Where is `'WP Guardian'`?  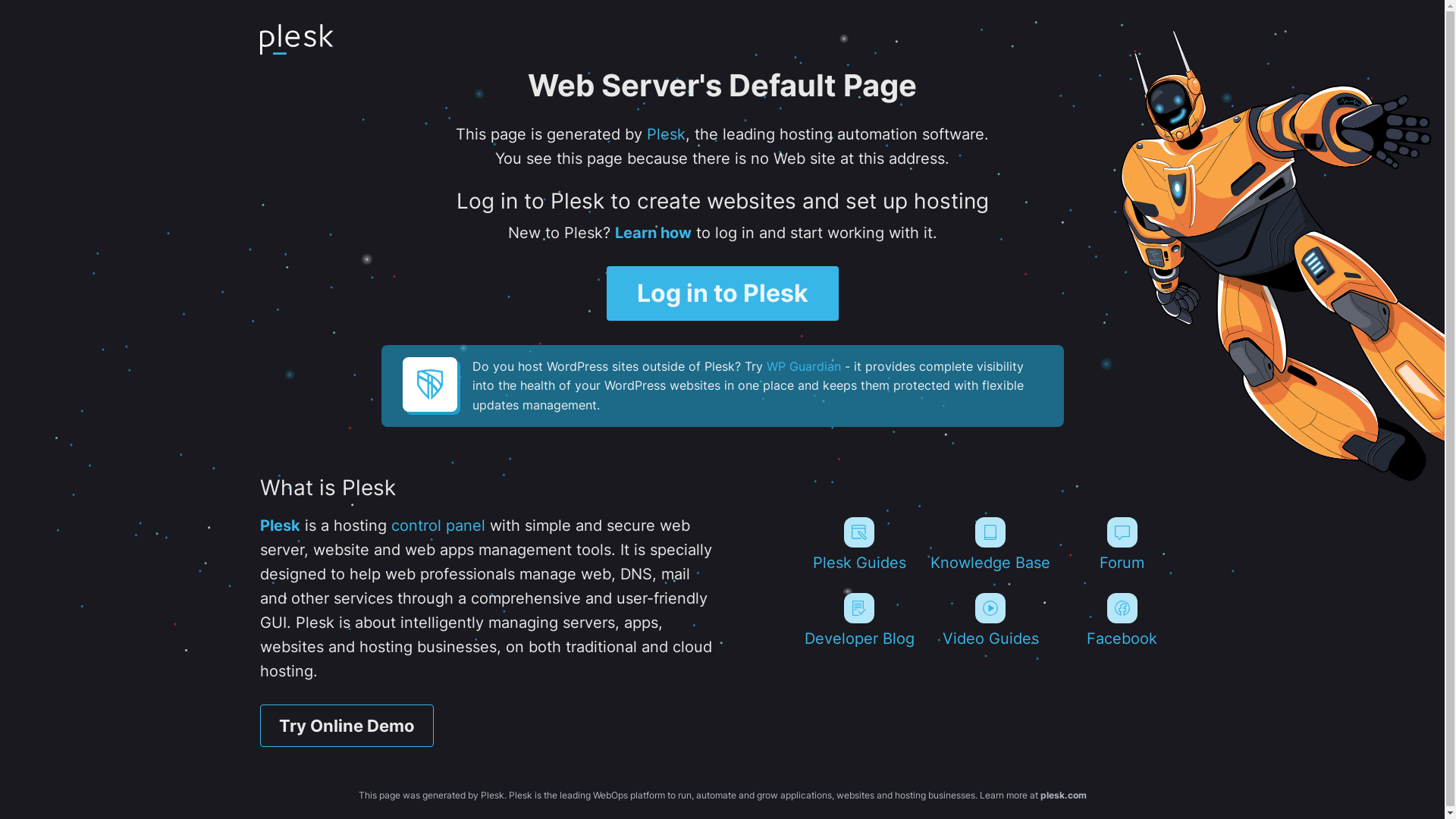
'WP Guardian' is located at coordinates (765, 366).